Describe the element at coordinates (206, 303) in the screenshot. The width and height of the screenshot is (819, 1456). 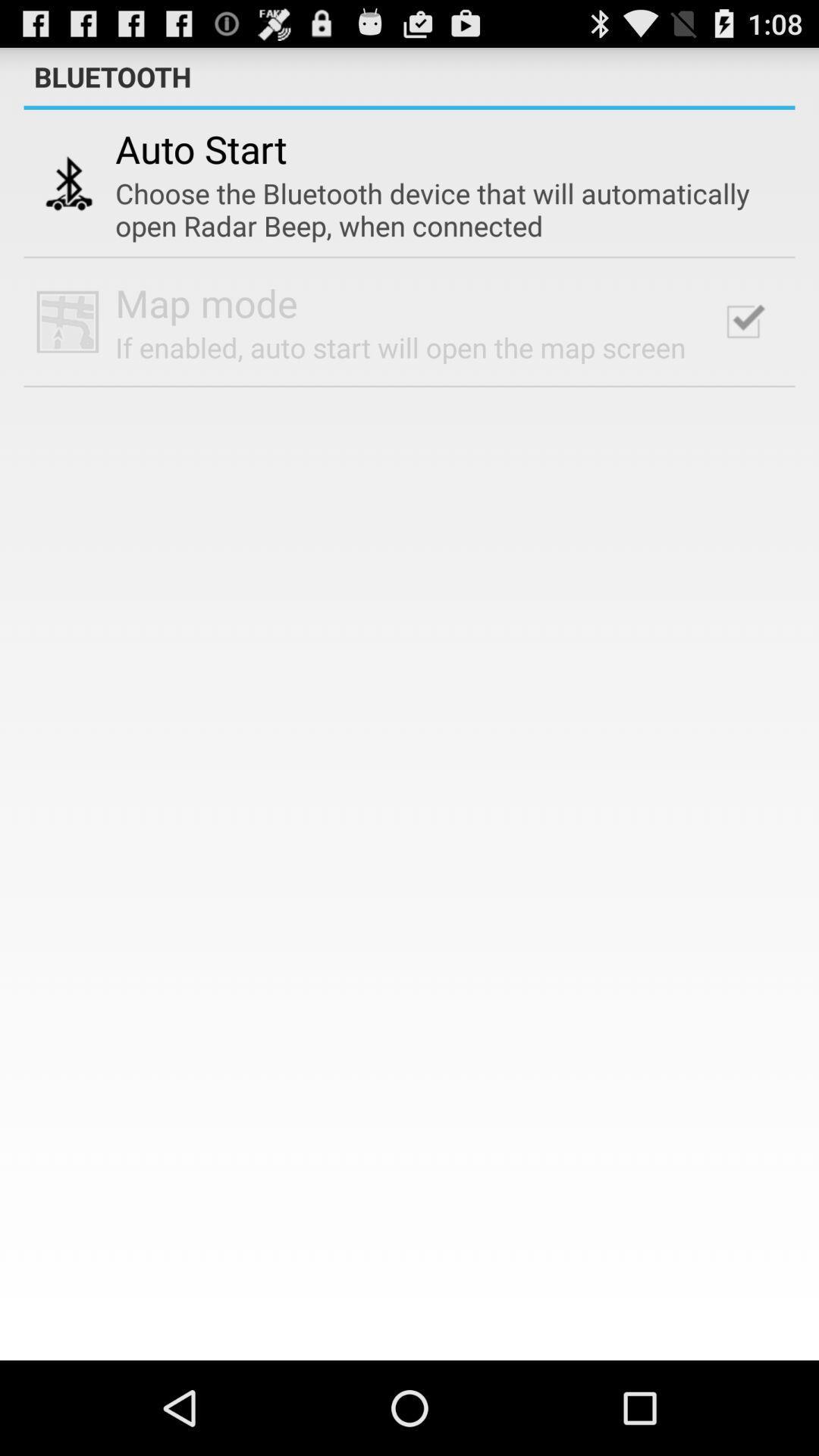
I see `the app above the if enabled auto` at that location.